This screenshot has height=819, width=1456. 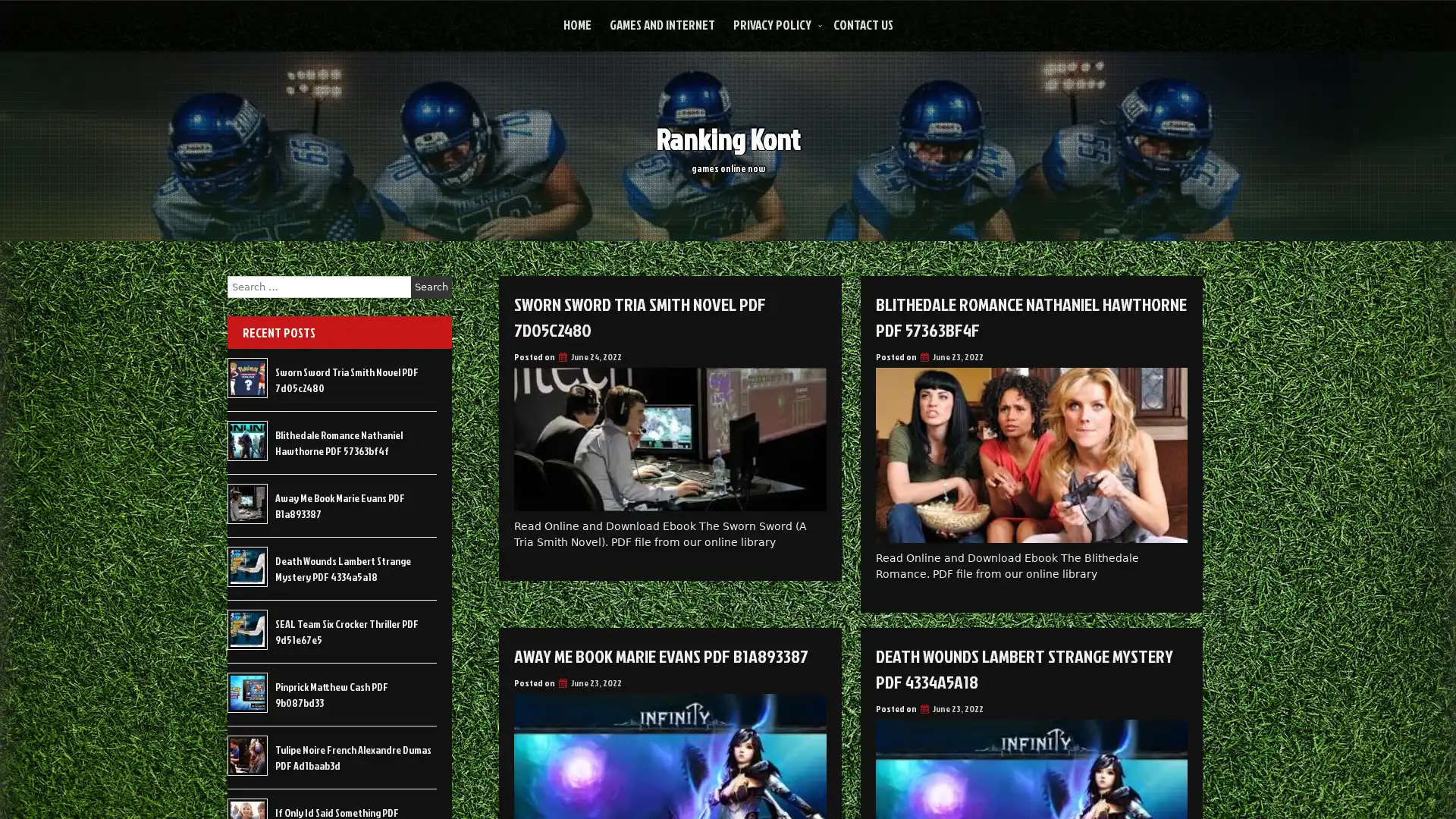 What do you see at coordinates (431, 287) in the screenshot?
I see `Search` at bounding box center [431, 287].